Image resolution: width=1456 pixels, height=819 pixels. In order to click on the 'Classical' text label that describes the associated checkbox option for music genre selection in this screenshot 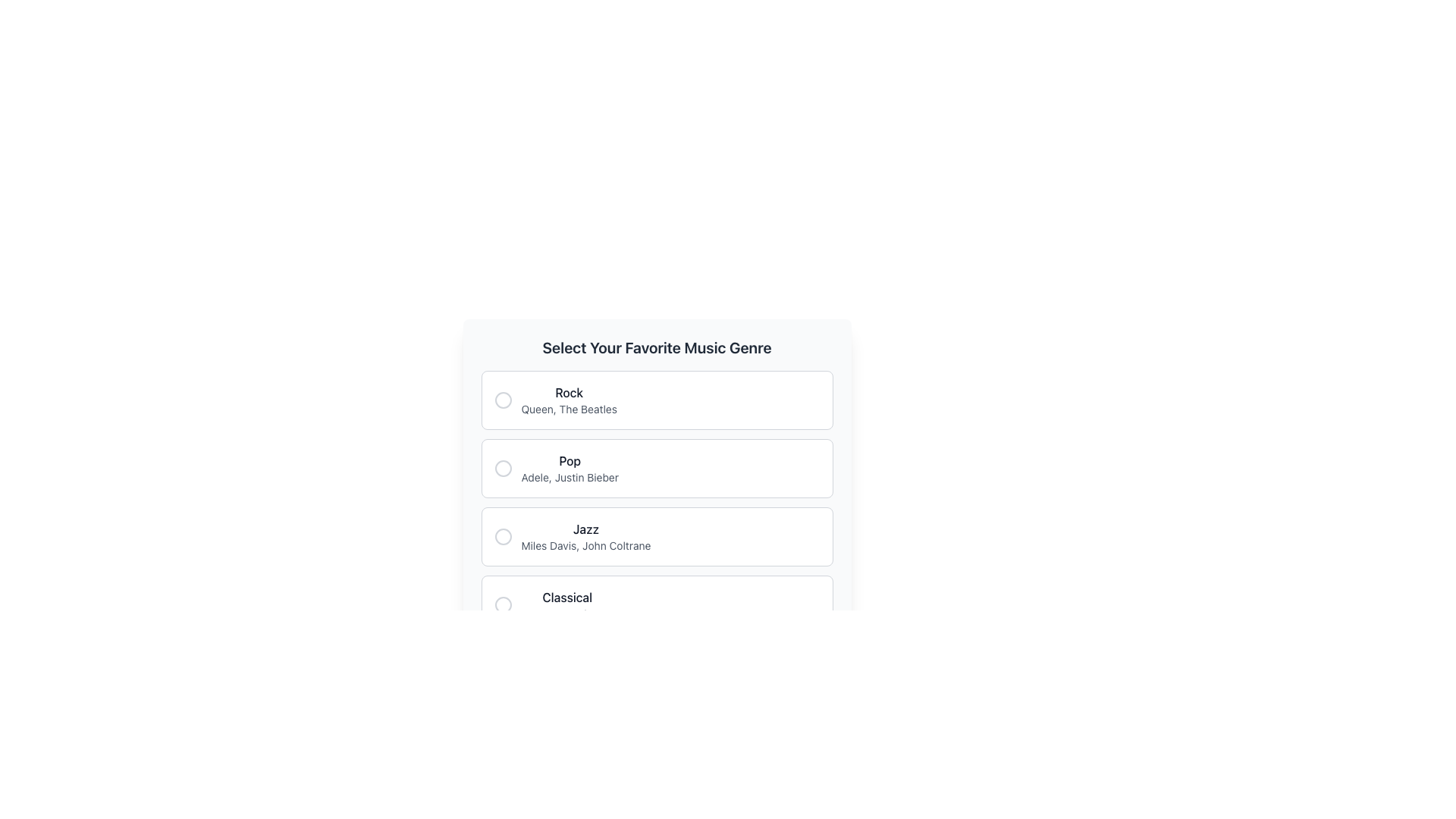, I will do `click(566, 596)`.